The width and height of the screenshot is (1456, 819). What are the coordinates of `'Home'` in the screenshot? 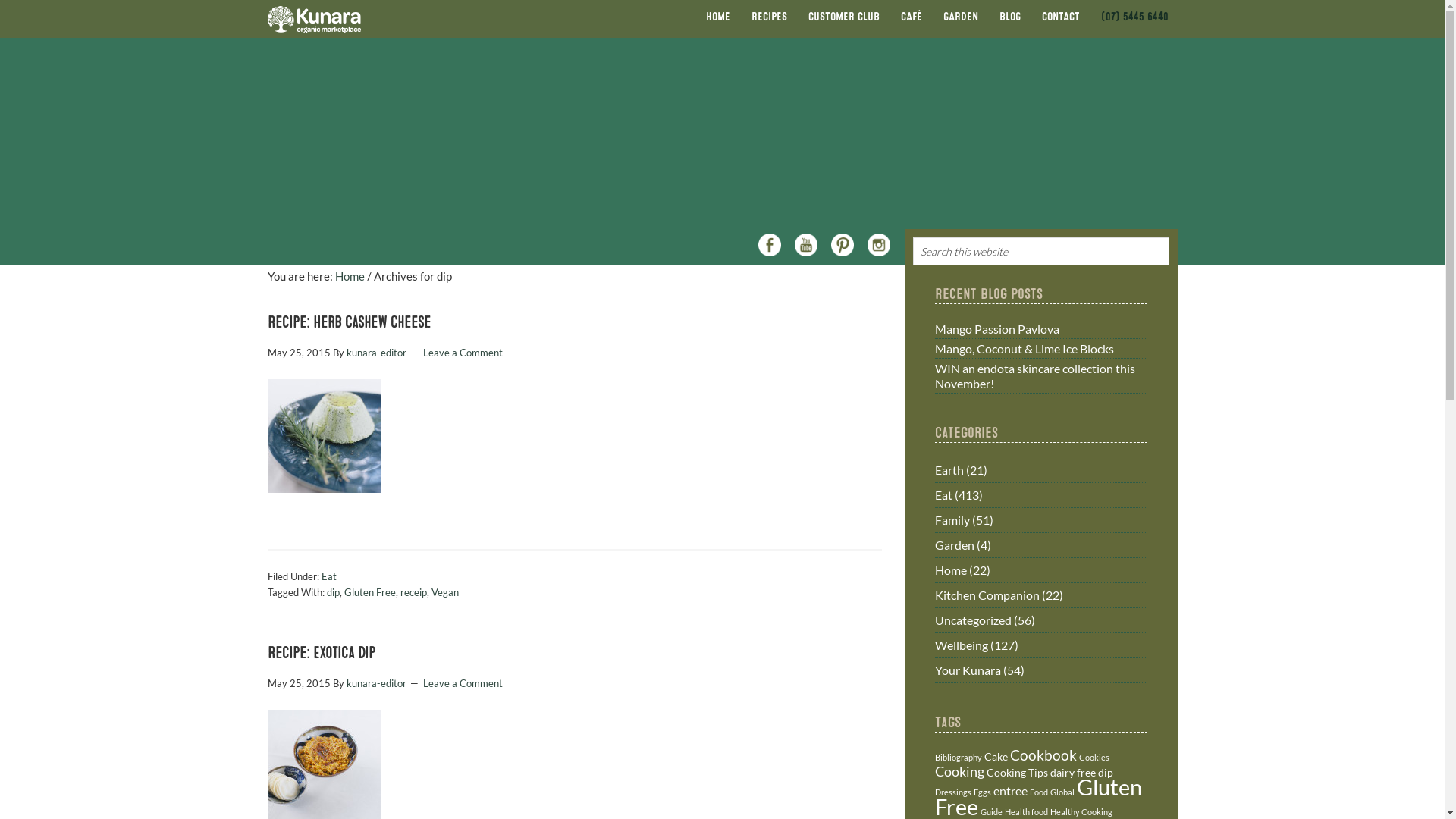 It's located at (349, 275).